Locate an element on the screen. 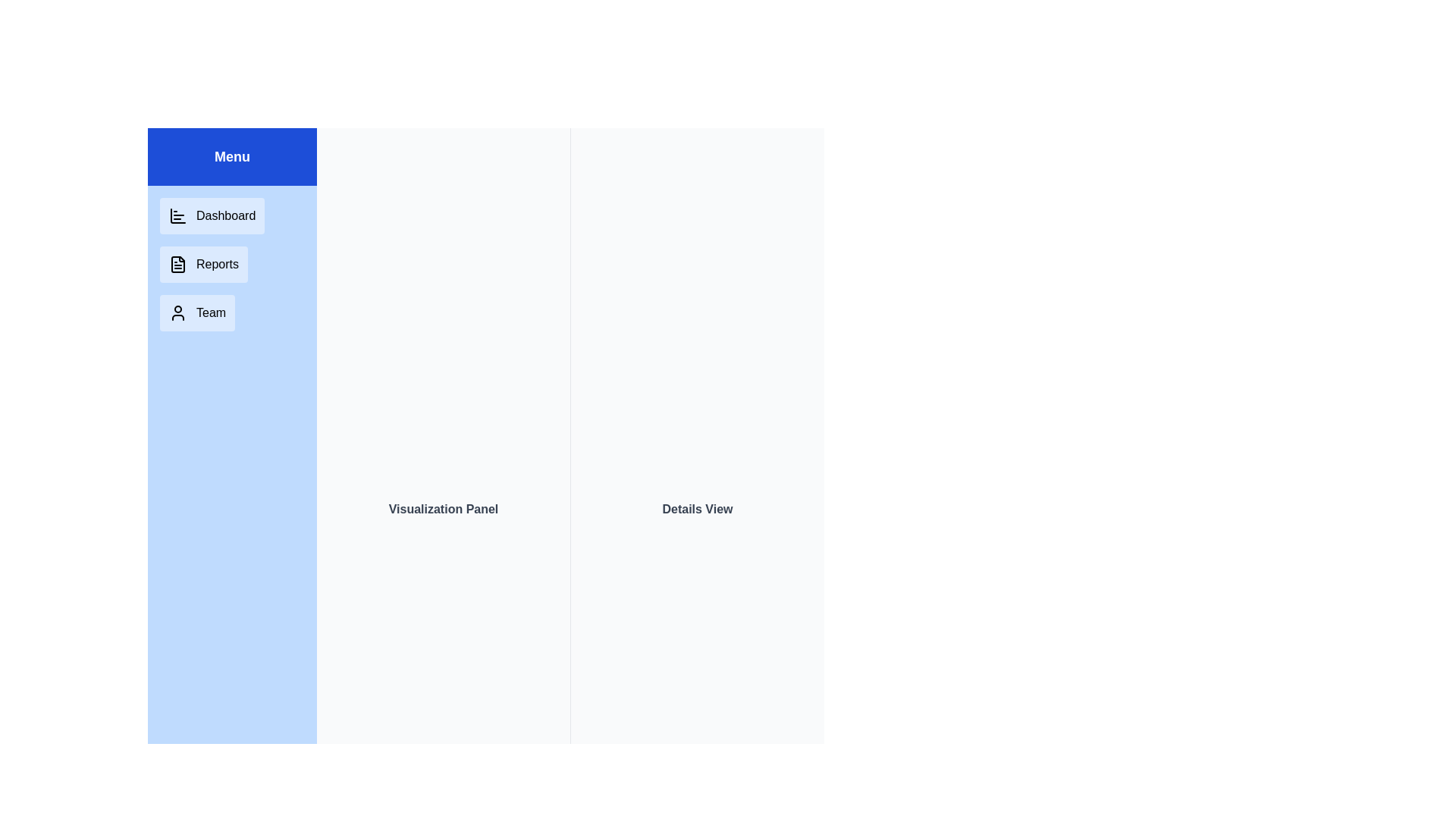  the 'Reports' button located in the left blue sidebar under the 'Menu' header is located at coordinates (202, 263).